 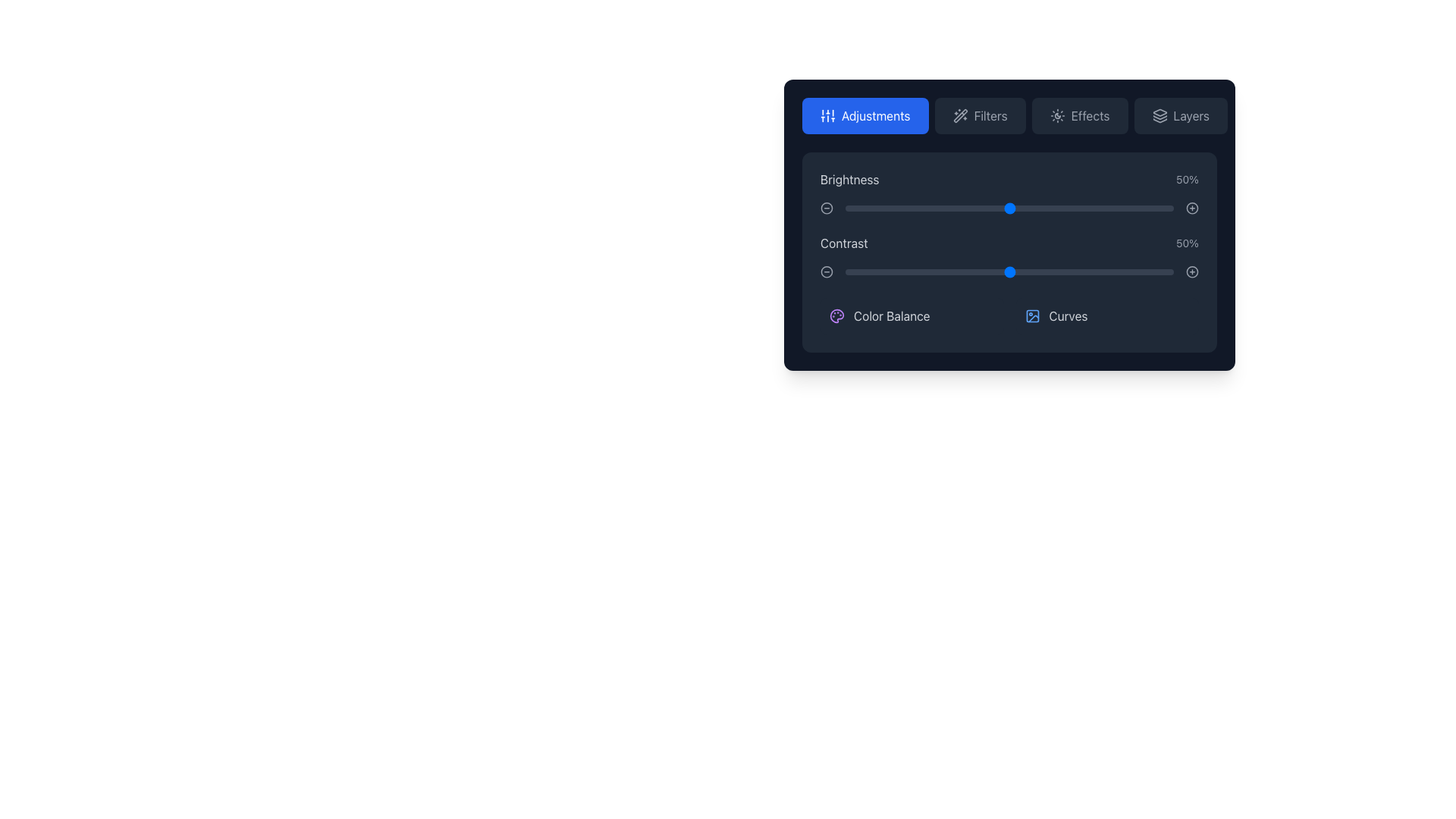 What do you see at coordinates (1111, 208) in the screenshot?
I see `Brightness slider` at bounding box center [1111, 208].